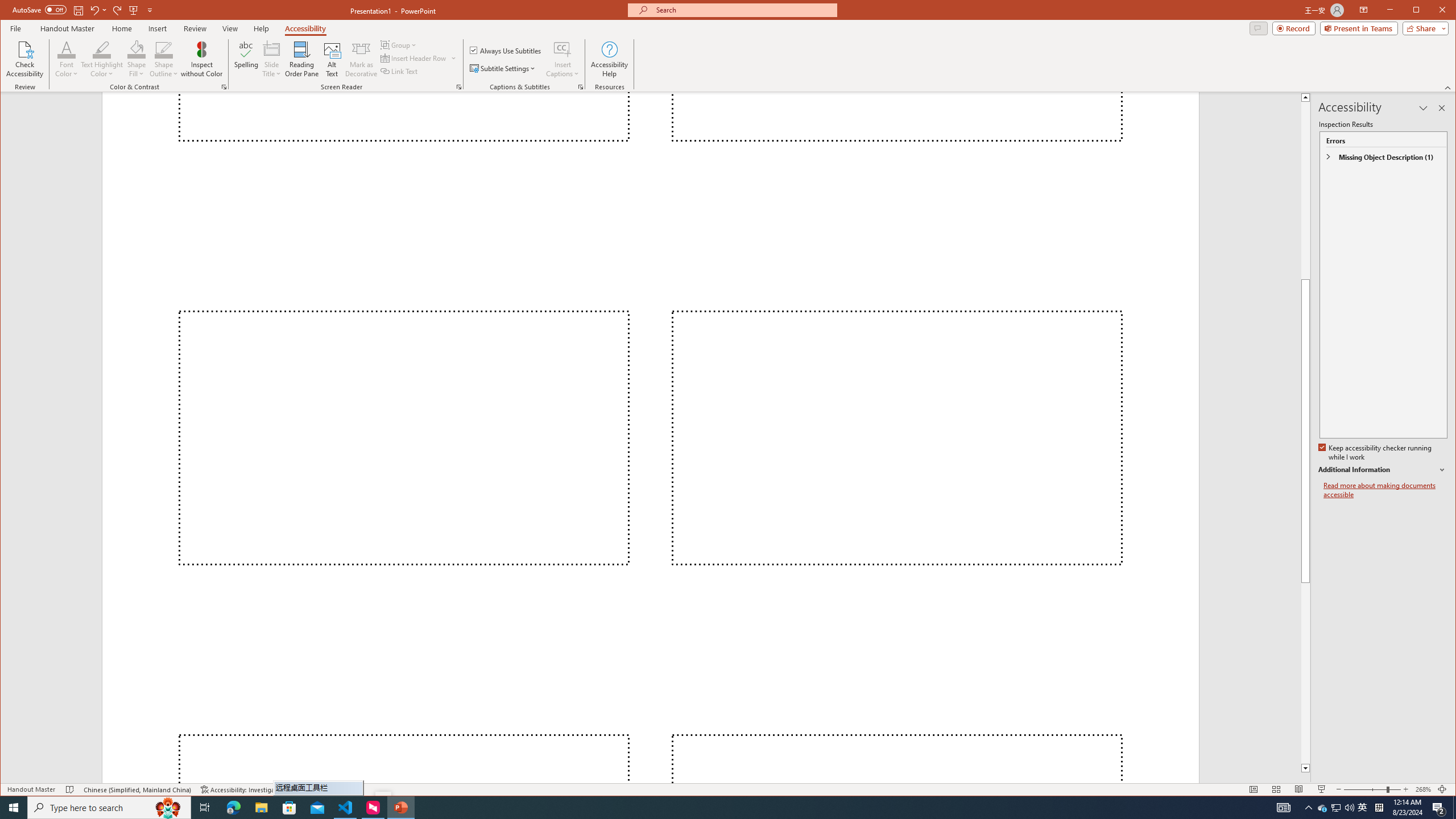  Describe the element at coordinates (505, 49) in the screenshot. I see `'Always Use Subtitles'` at that location.